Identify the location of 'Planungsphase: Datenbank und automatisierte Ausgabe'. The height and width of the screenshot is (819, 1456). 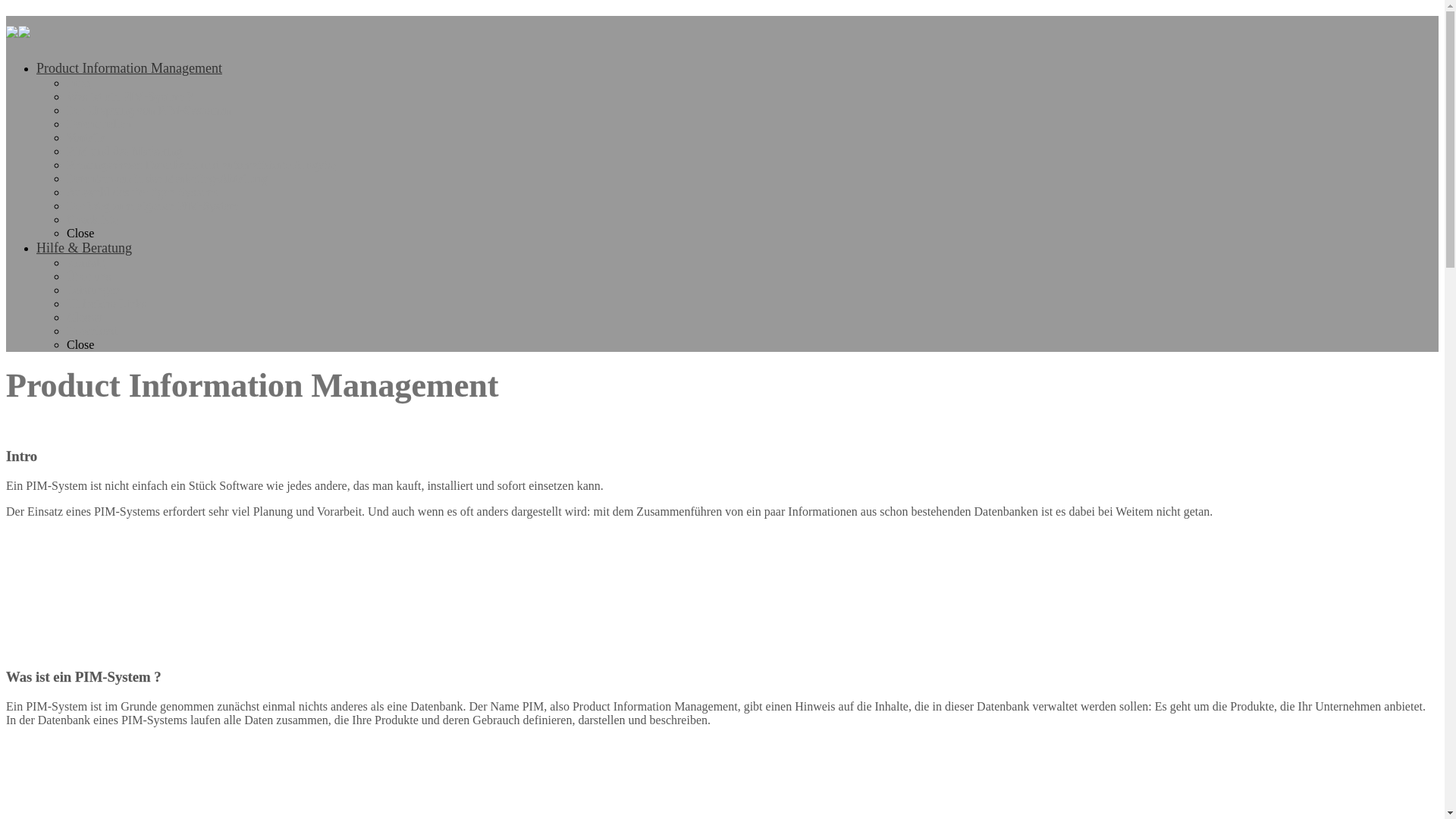
(200, 165).